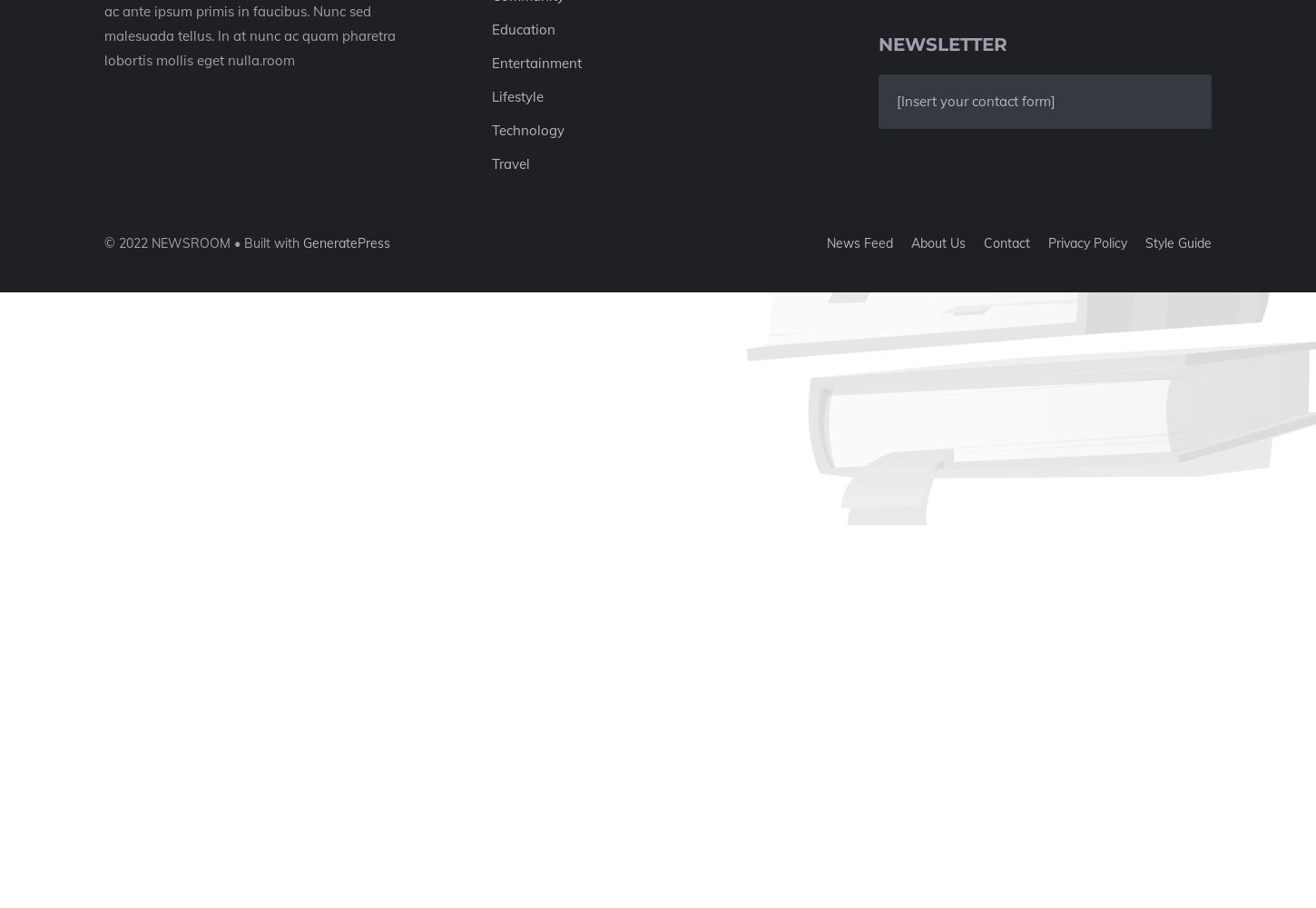  Describe the element at coordinates (1086, 242) in the screenshot. I see `'Privacy policy'` at that location.